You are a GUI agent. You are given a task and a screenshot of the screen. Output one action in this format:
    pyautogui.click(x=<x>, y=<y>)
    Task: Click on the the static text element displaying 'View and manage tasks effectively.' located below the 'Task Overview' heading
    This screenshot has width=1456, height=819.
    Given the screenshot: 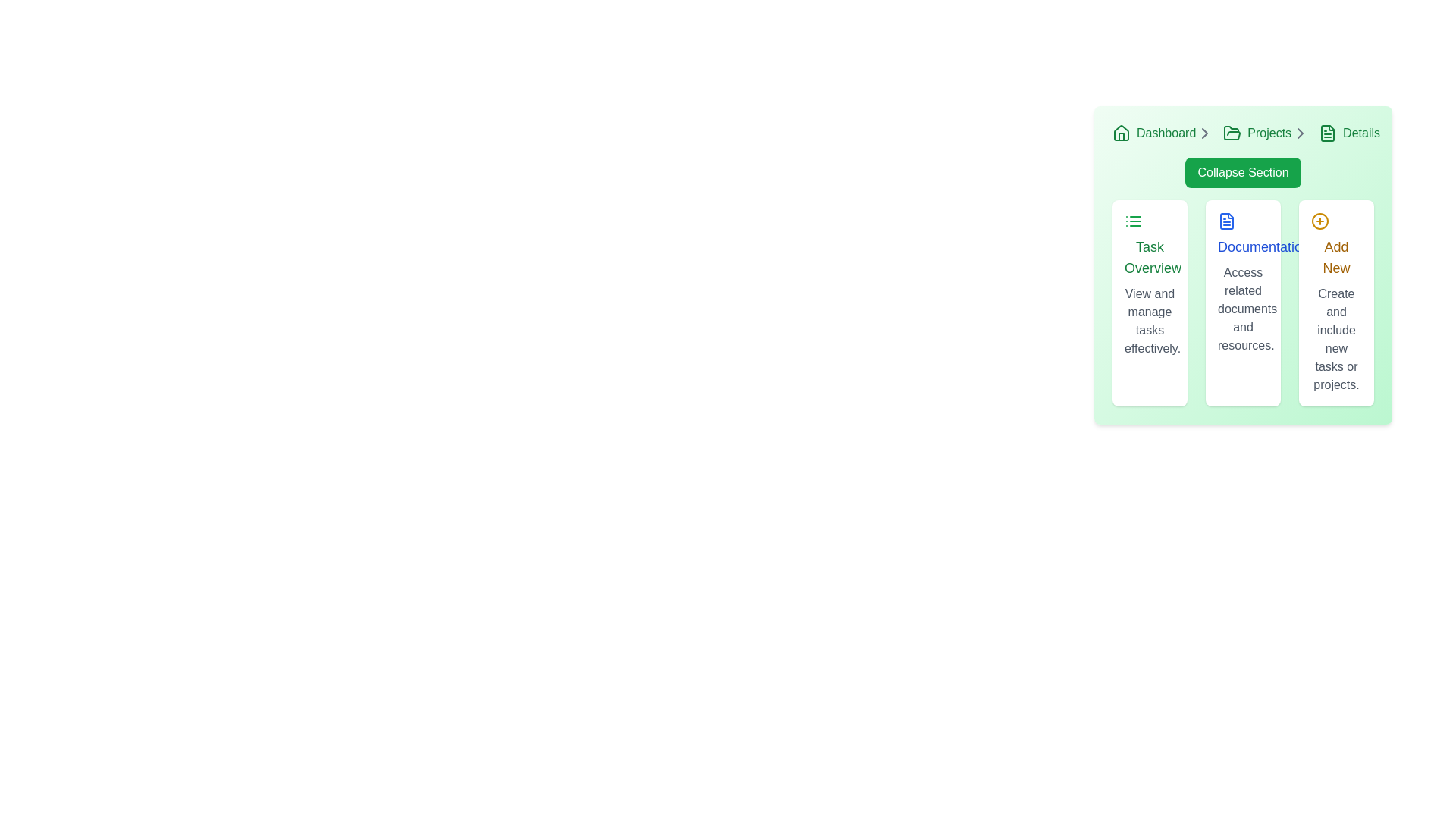 What is the action you would take?
    pyautogui.click(x=1150, y=321)
    